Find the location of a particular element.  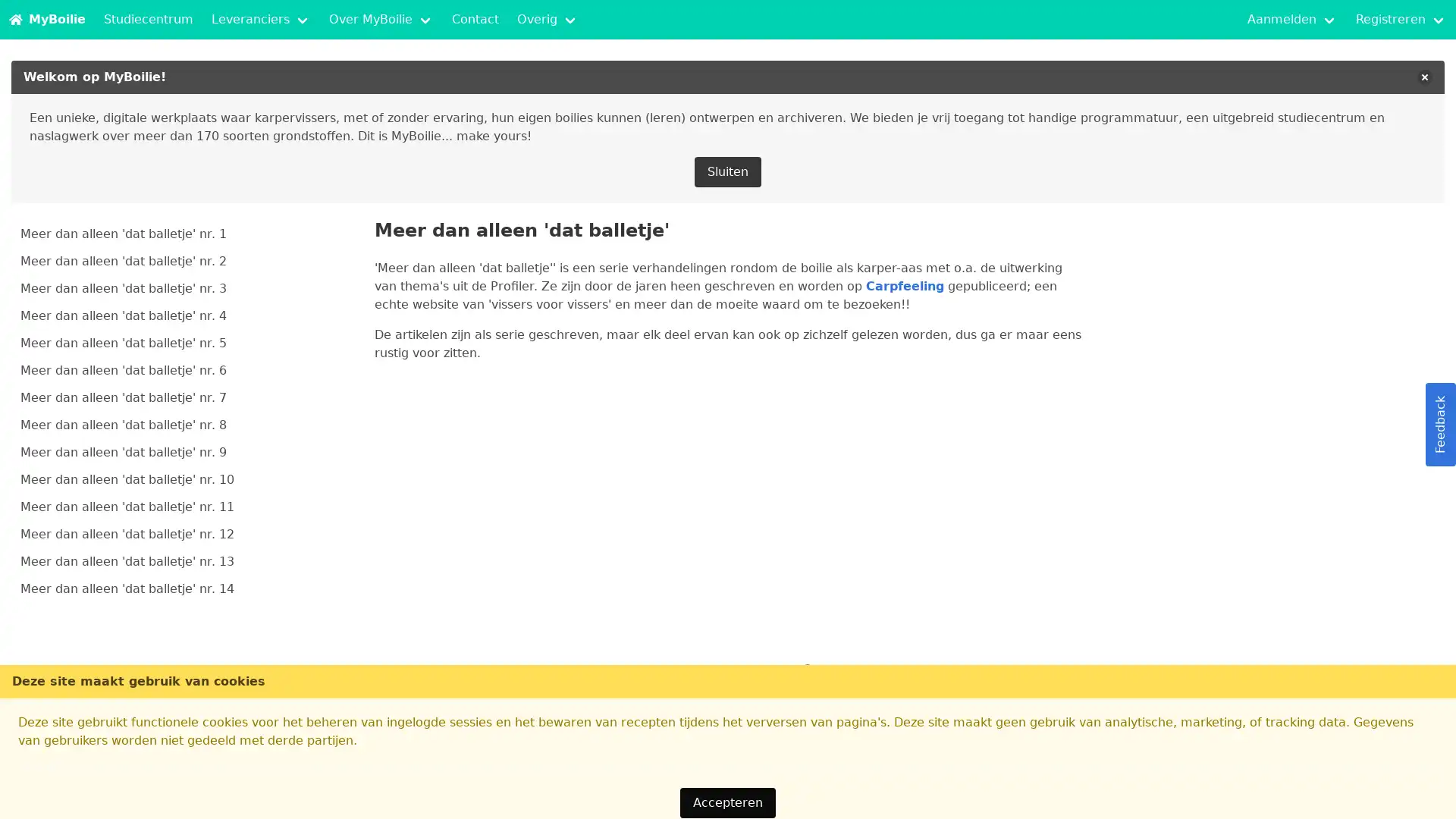

Accepteren is located at coordinates (728, 802).